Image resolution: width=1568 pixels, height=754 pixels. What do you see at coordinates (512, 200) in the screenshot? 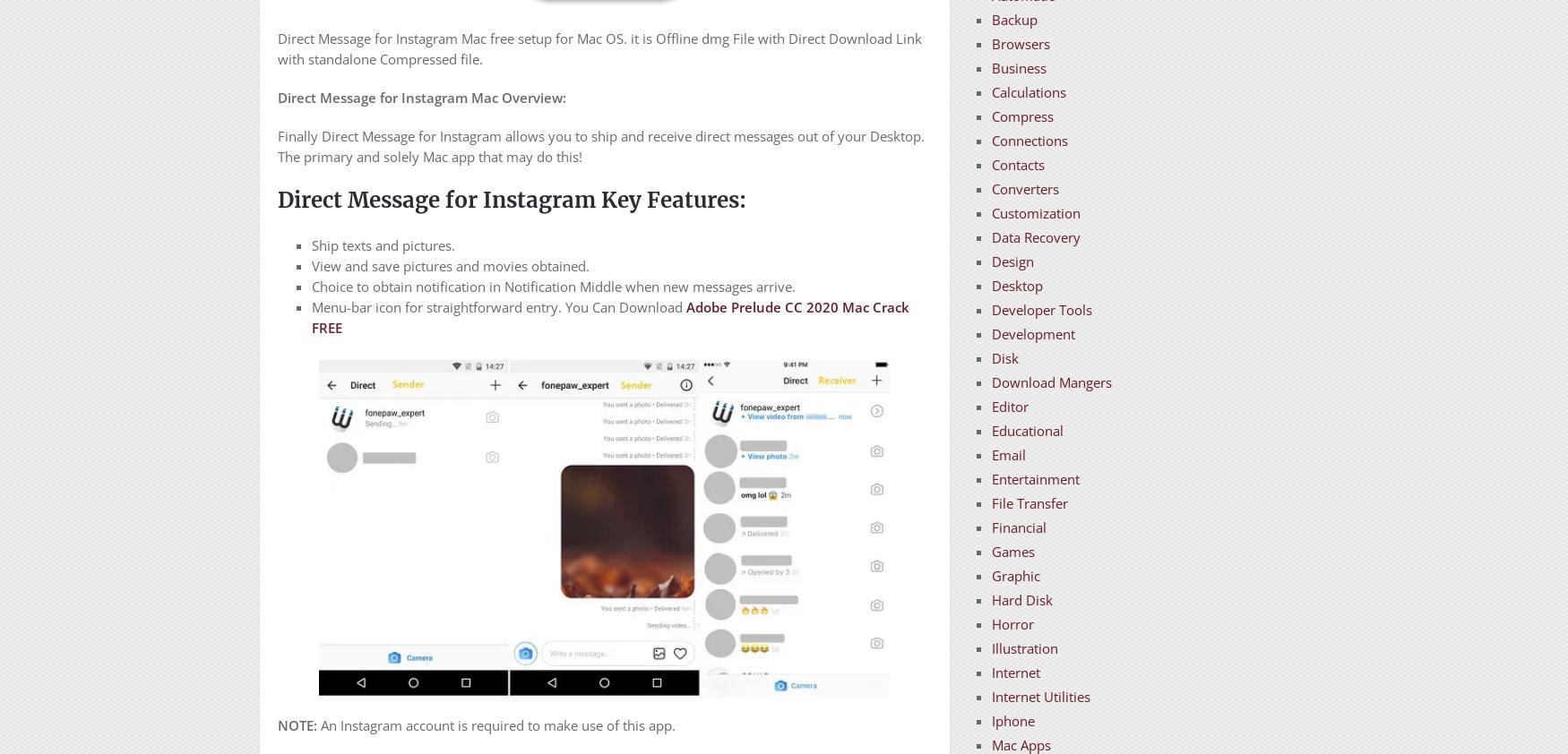
I see `'Direct Message for Instagram Key Features:'` at bounding box center [512, 200].